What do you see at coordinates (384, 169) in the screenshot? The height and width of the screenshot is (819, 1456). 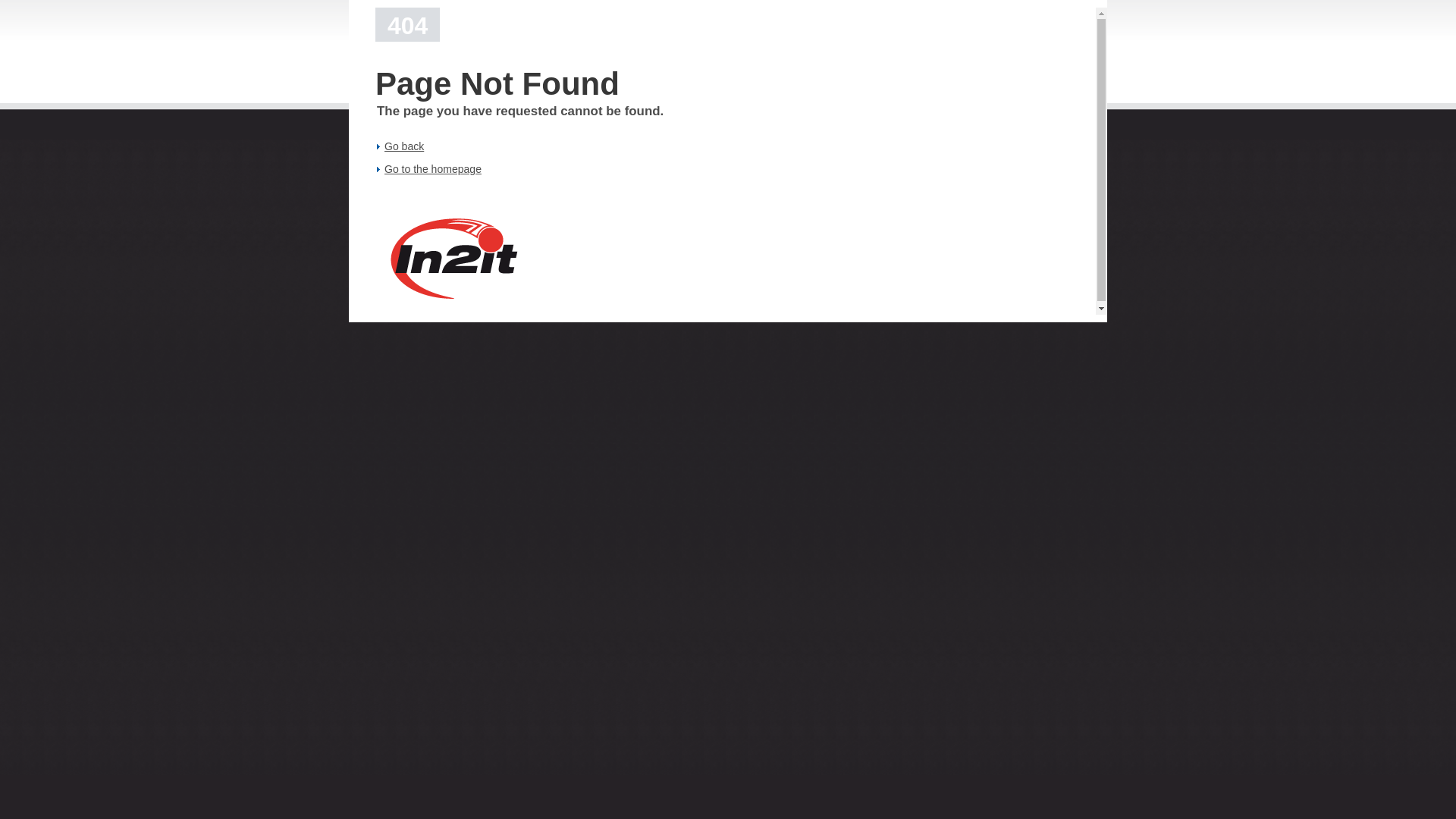 I see `'Go to the homepage'` at bounding box center [384, 169].